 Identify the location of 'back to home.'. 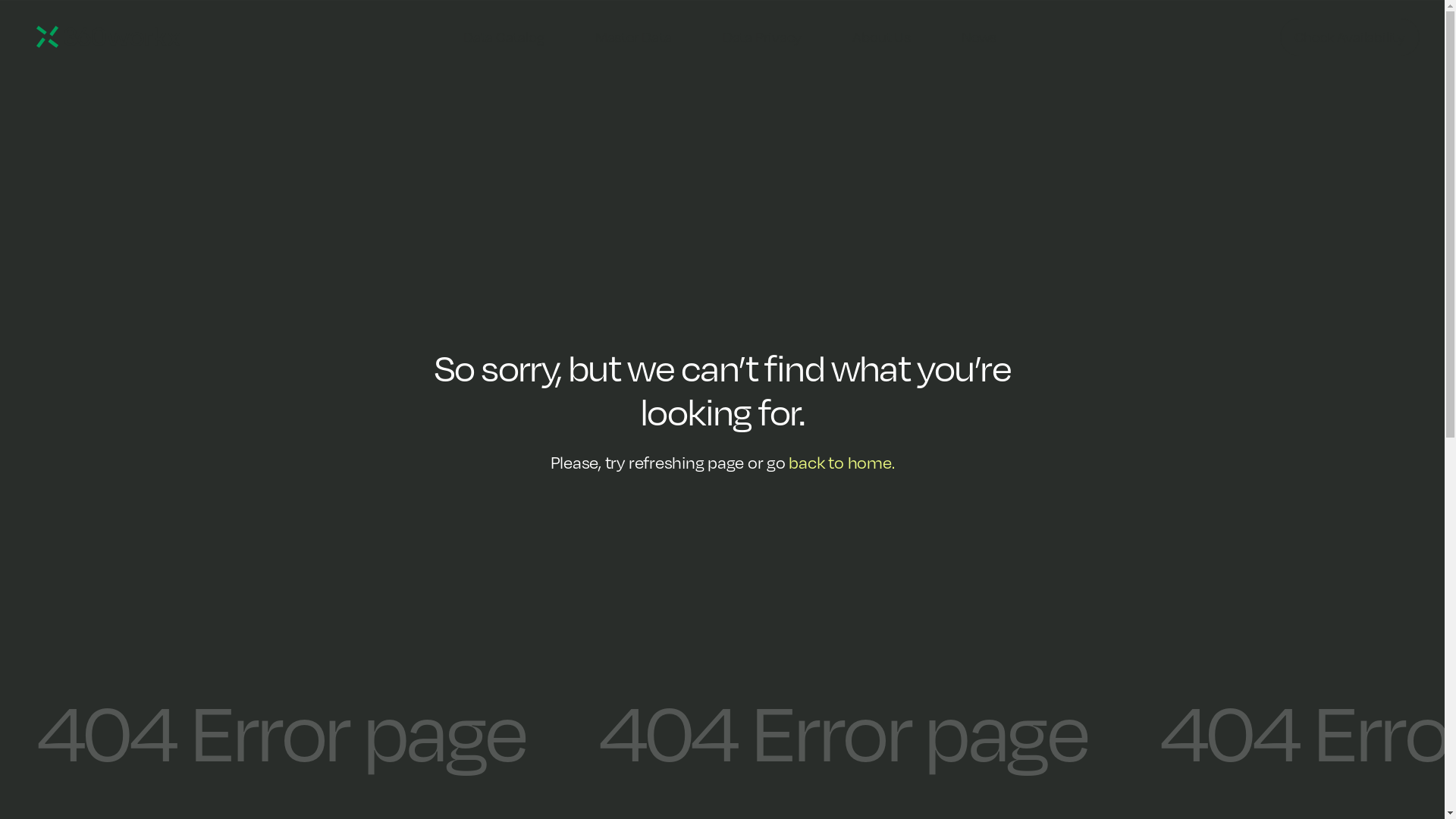
(840, 461).